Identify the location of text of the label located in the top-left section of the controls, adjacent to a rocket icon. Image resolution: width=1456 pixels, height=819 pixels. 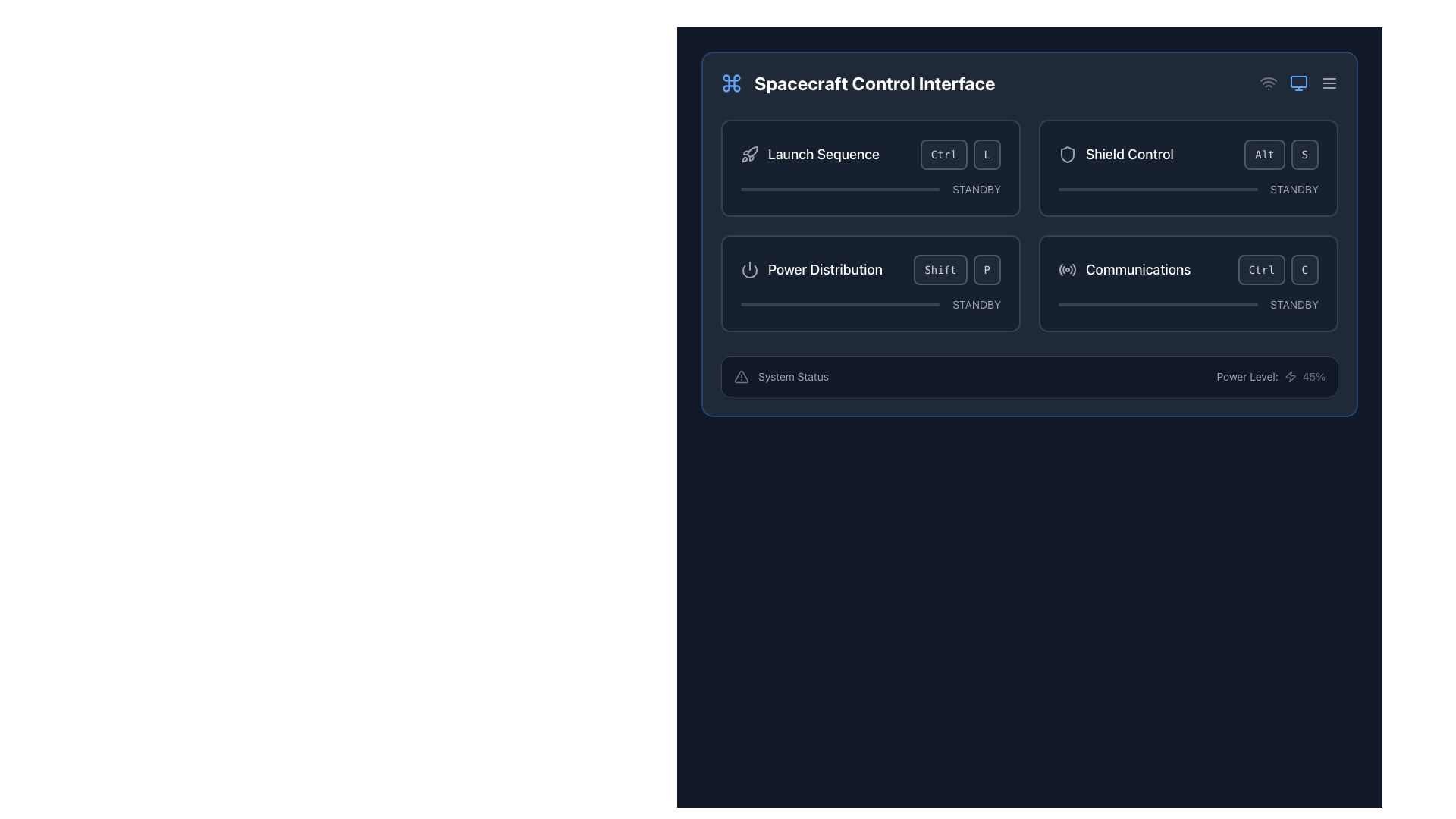
(823, 155).